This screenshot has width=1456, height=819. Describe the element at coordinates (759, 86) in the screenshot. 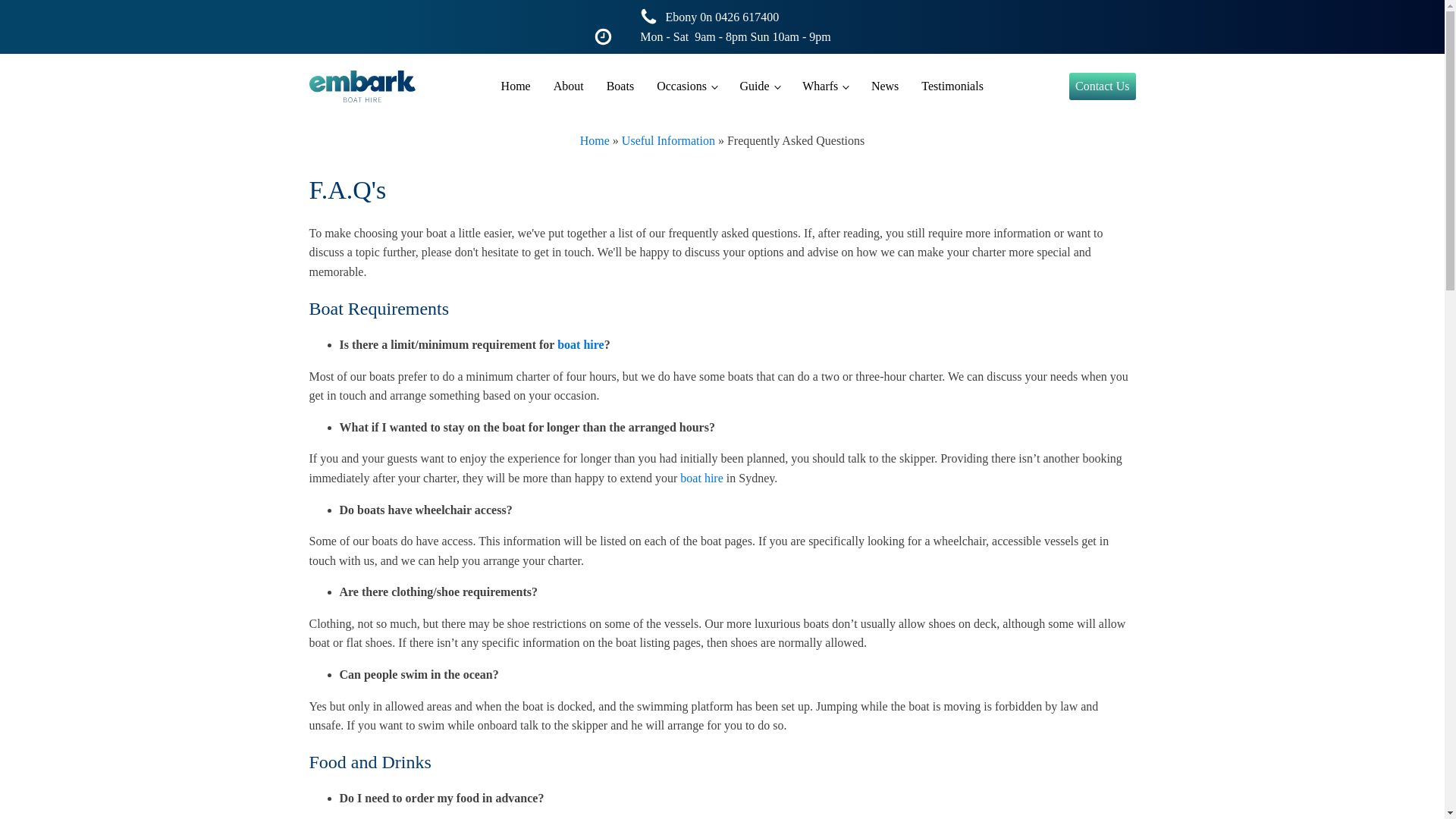

I see `'Guide'` at that location.